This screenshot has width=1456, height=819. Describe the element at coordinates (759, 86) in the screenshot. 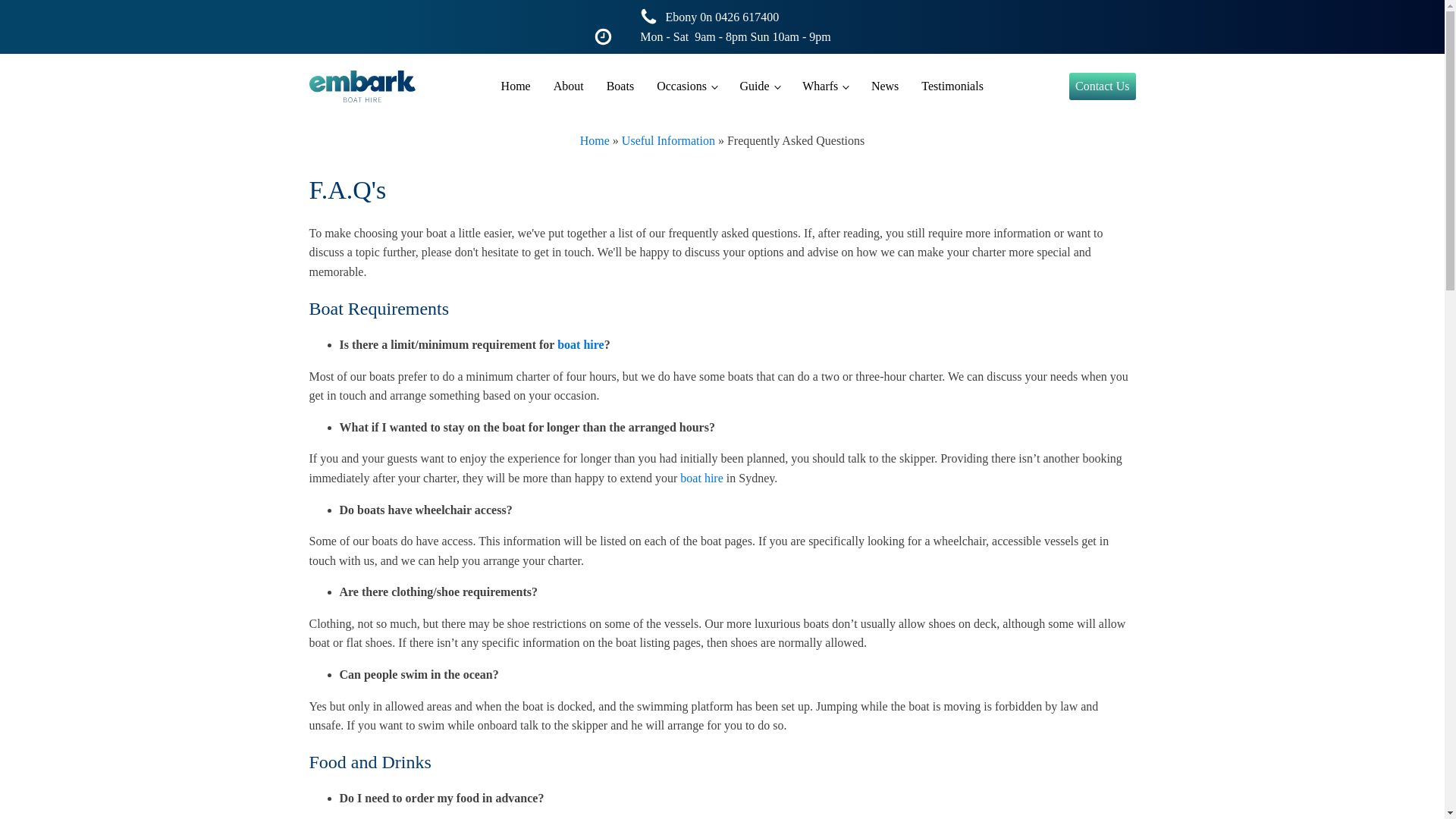

I see `'Guide'` at that location.